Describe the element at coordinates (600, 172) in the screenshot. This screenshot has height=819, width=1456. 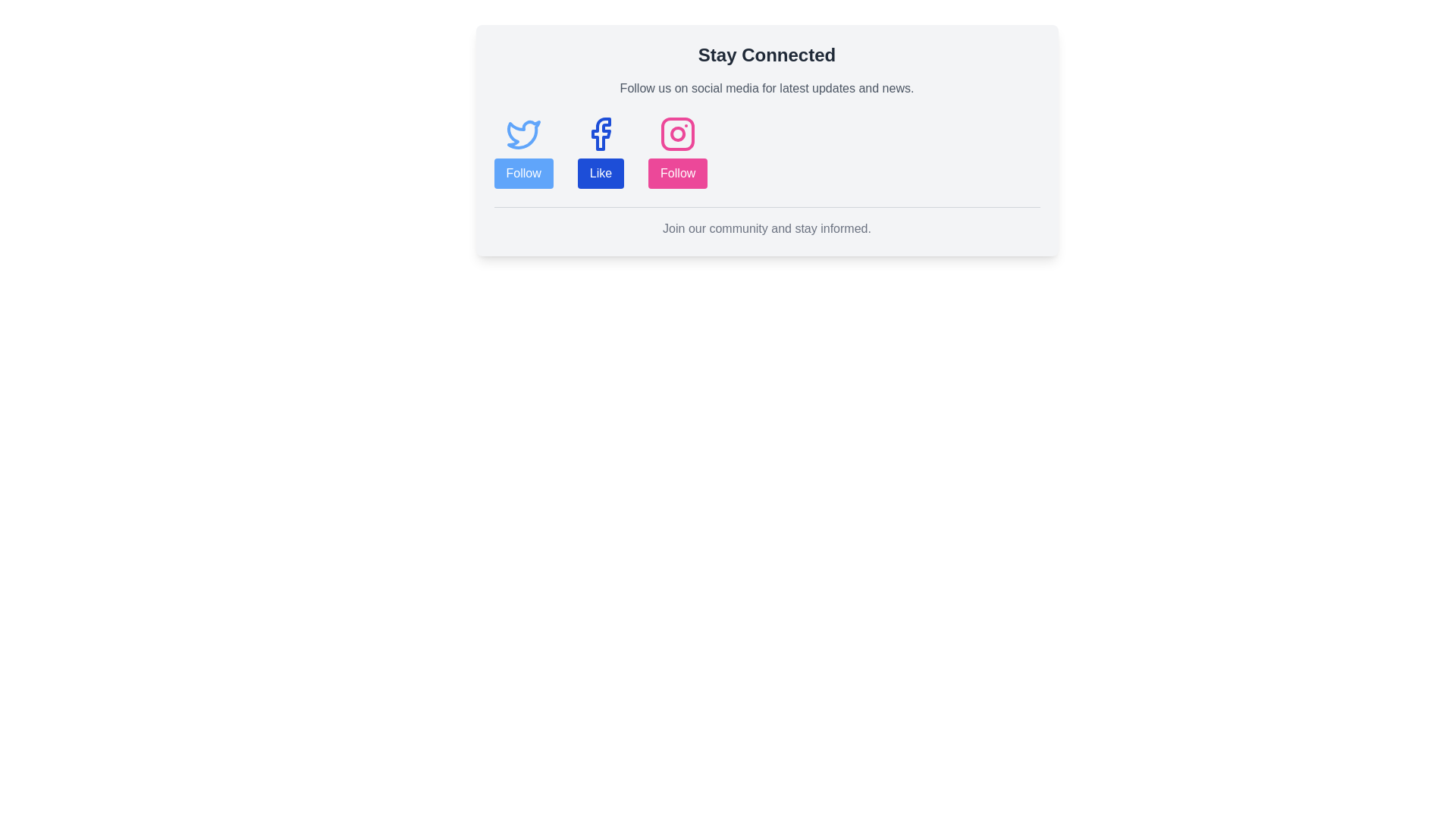
I see `the 'like' button located directly below the Facebook icon in the 'Stay Connected' section to interact with the associated content` at that location.